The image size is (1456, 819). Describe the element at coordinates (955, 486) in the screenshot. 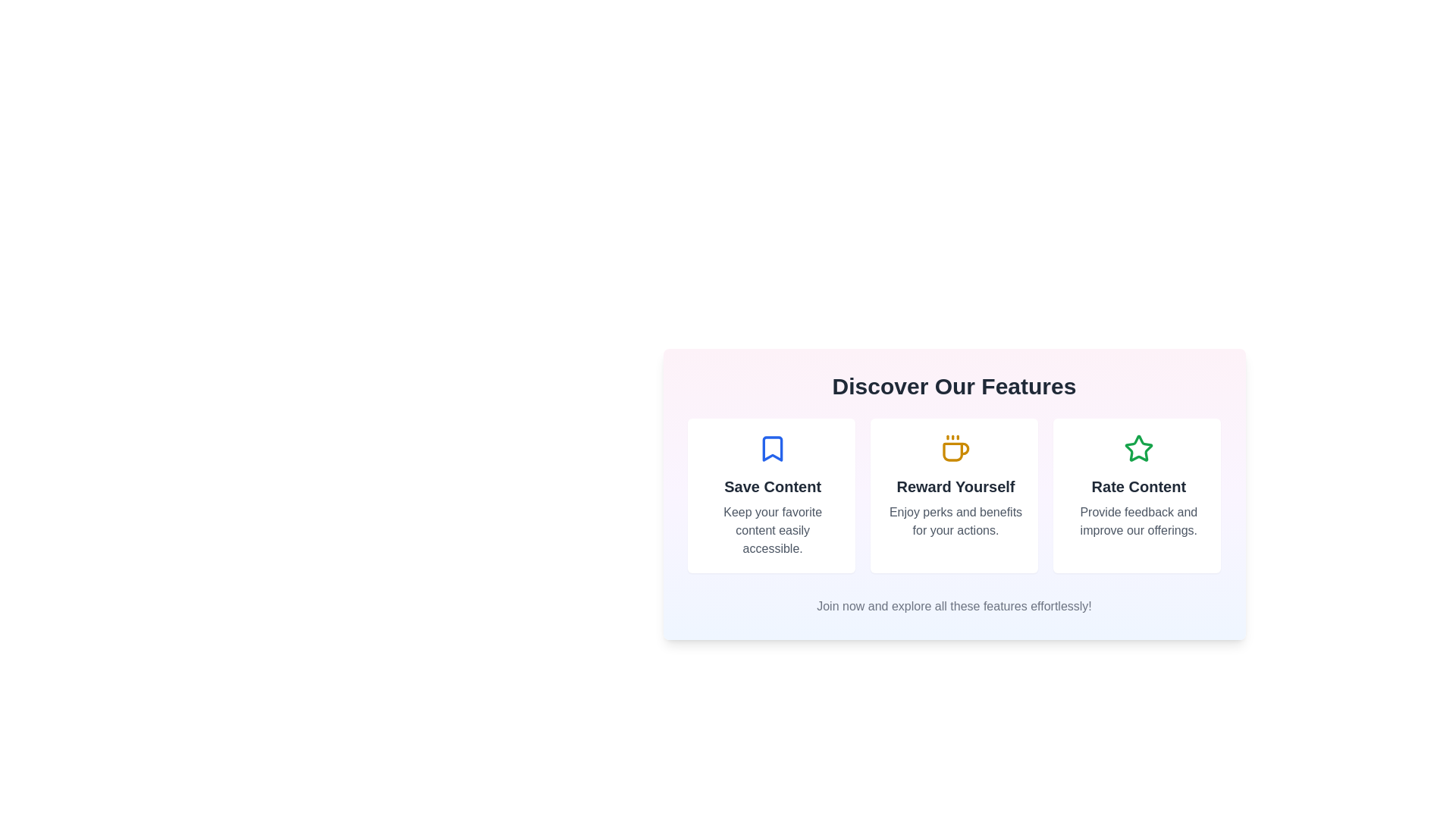

I see `text for information from the 'Reward Yourself' Informational Card located in the middle of a three-card layout beneath the title 'Discover Our Features'` at that location.